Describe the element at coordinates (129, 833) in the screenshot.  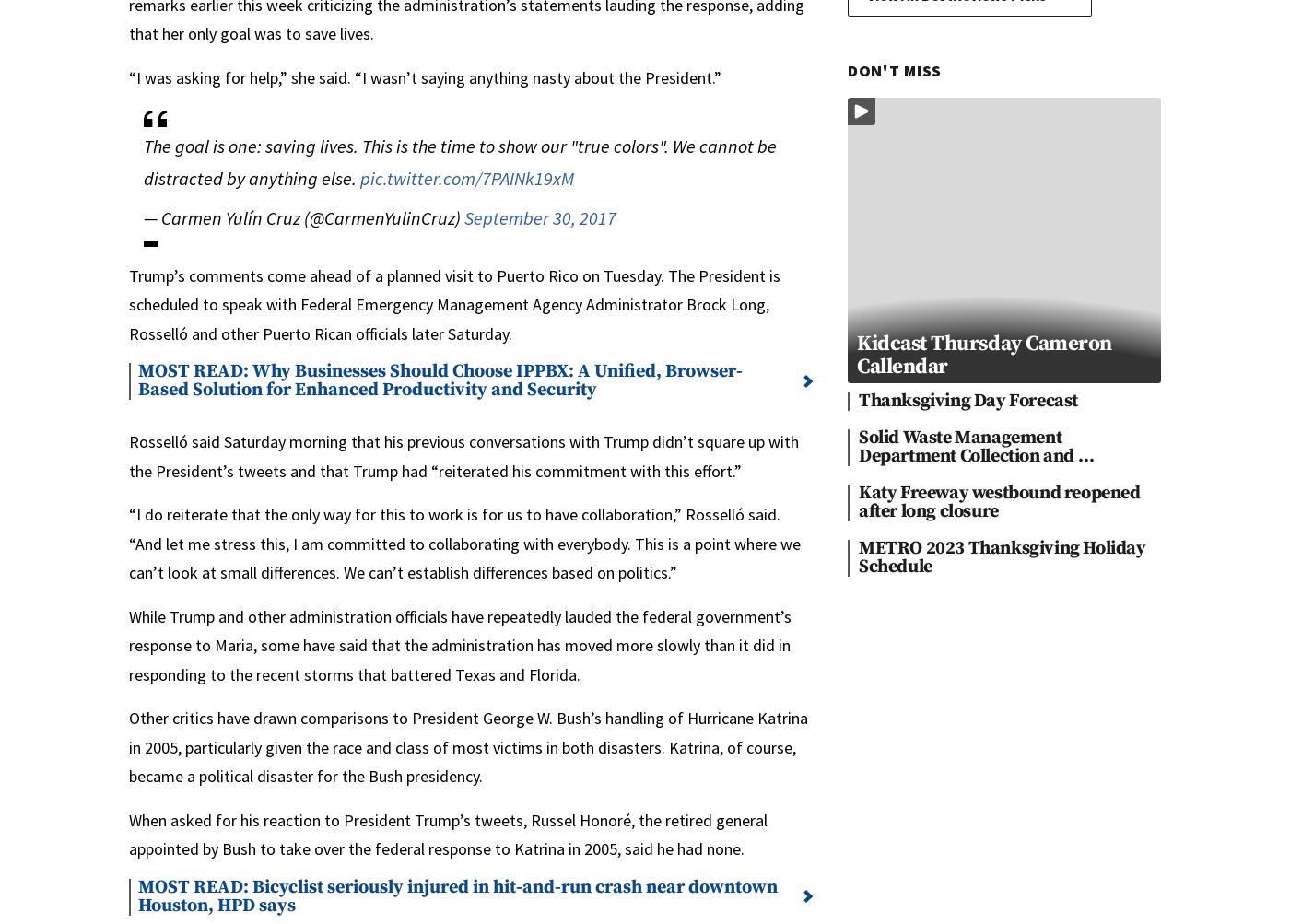
I see `'When asked for his reaction to President Trump’s tweets, Russel Honoré, the retired general appointed by Bush to take over the federal response to Katrina in 2005, said he had none.'` at that location.